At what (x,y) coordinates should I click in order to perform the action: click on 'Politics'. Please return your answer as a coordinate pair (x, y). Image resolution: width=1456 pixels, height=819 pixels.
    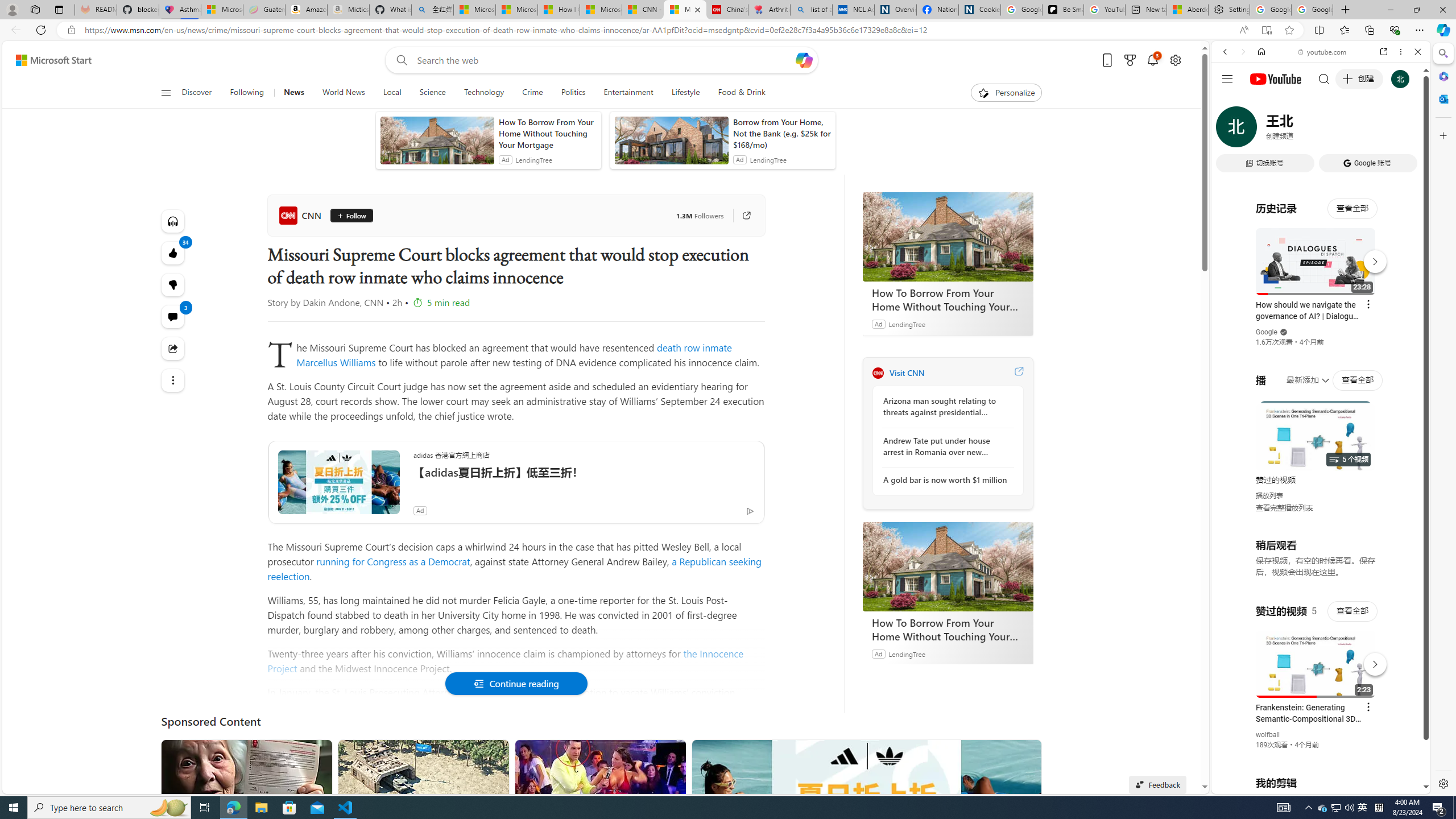
    Looking at the image, I should click on (573, 92).